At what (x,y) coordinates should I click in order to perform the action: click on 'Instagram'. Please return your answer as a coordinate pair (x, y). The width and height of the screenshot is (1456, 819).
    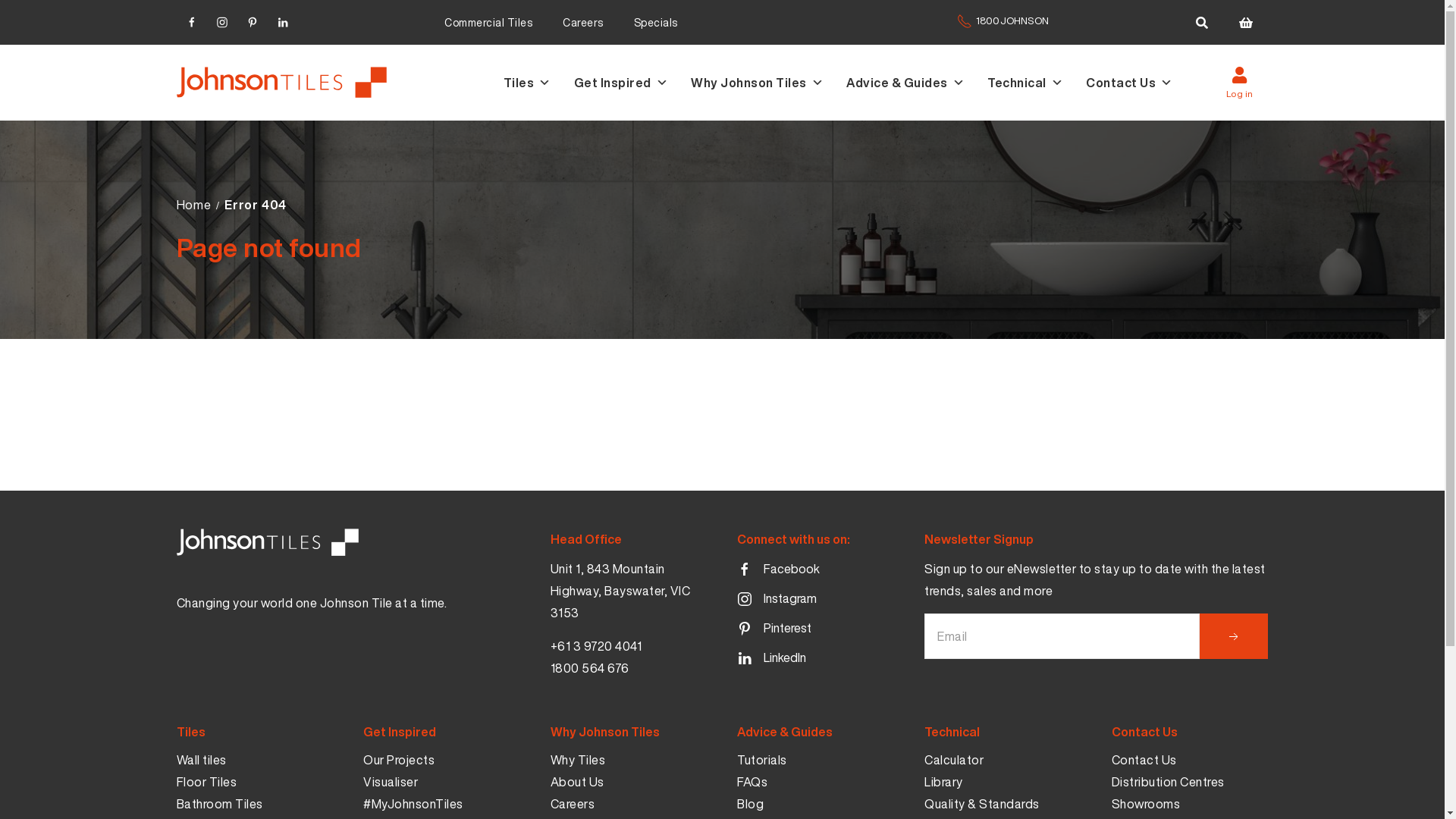
    Looking at the image, I should click on (206, 20).